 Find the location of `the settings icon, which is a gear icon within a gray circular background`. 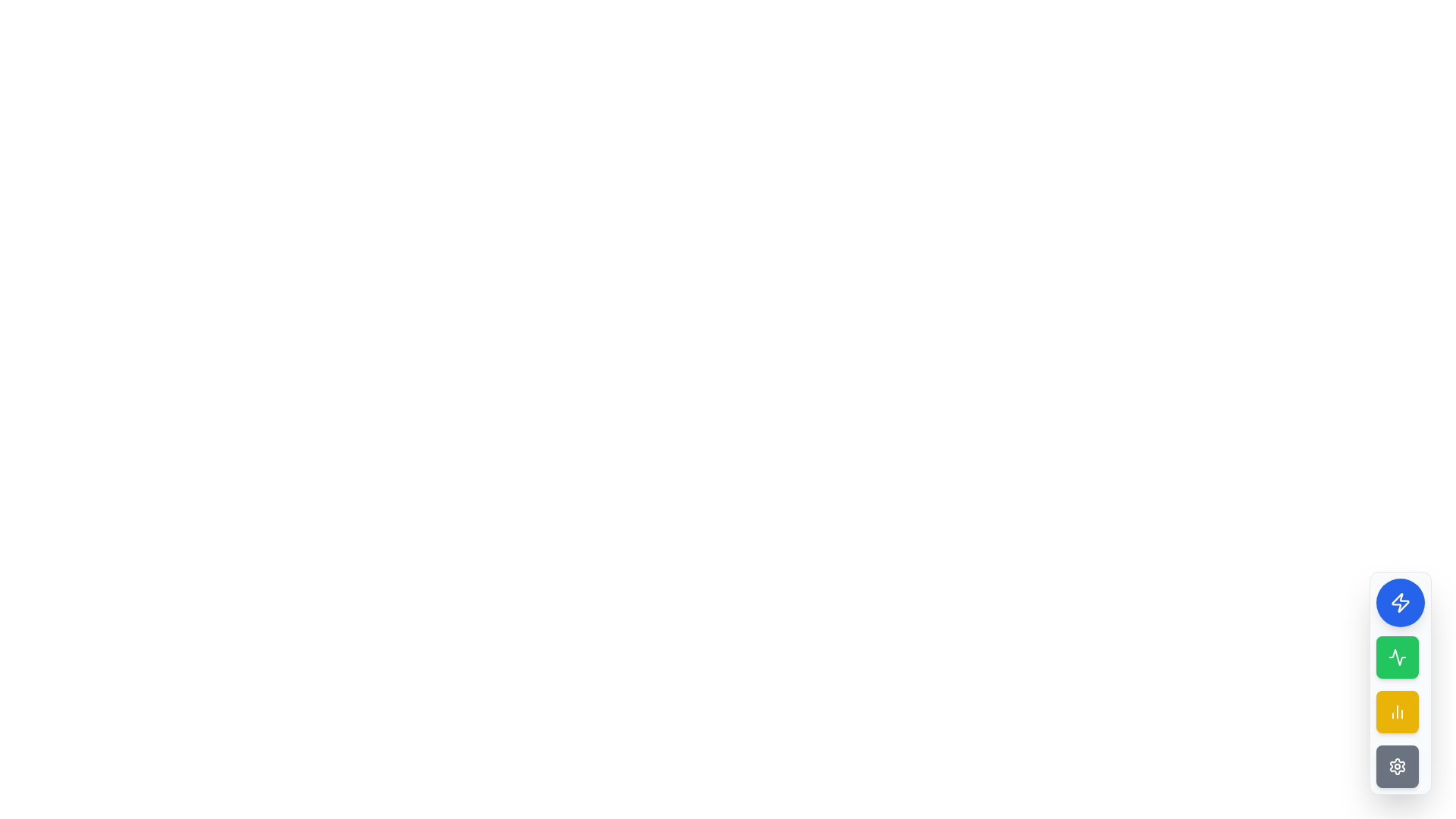

the settings icon, which is a gear icon within a gray circular background is located at coordinates (1397, 766).